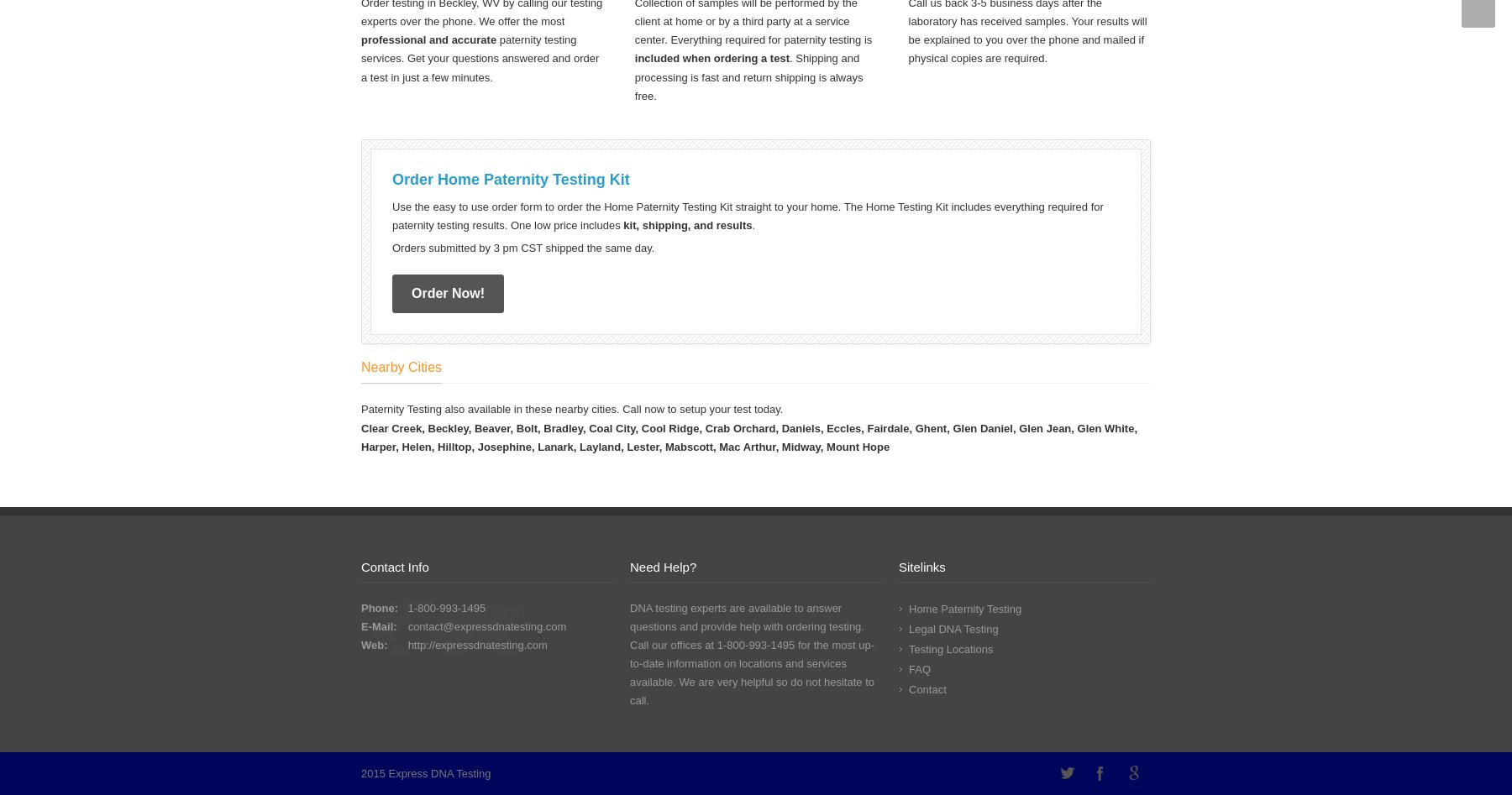  What do you see at coordinates (711, 58) in the screenshot?
I see `'included when ordering a test'` at bounding box center [711, 58].